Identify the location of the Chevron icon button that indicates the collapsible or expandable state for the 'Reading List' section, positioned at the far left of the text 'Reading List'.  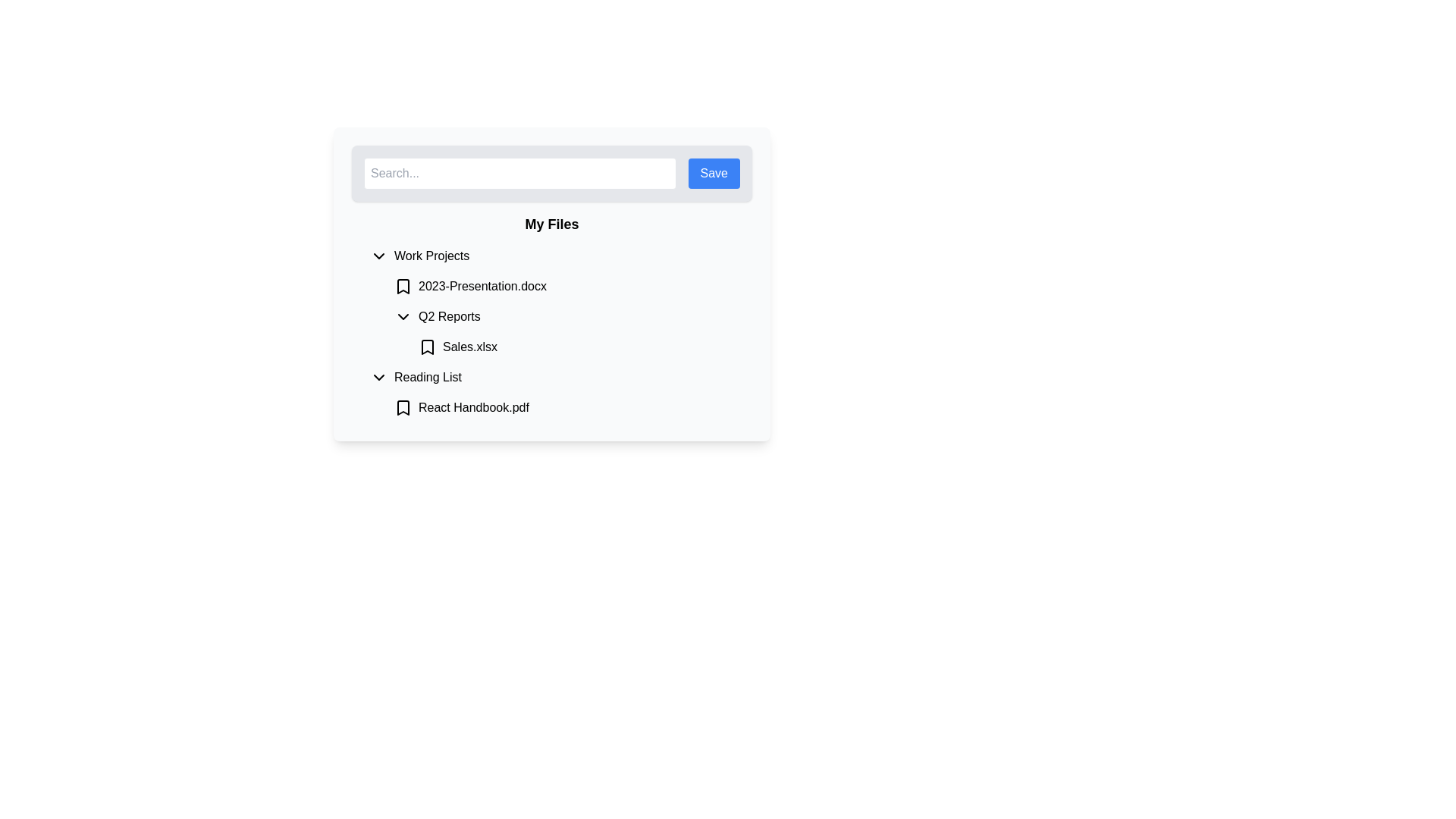
(378, 376).